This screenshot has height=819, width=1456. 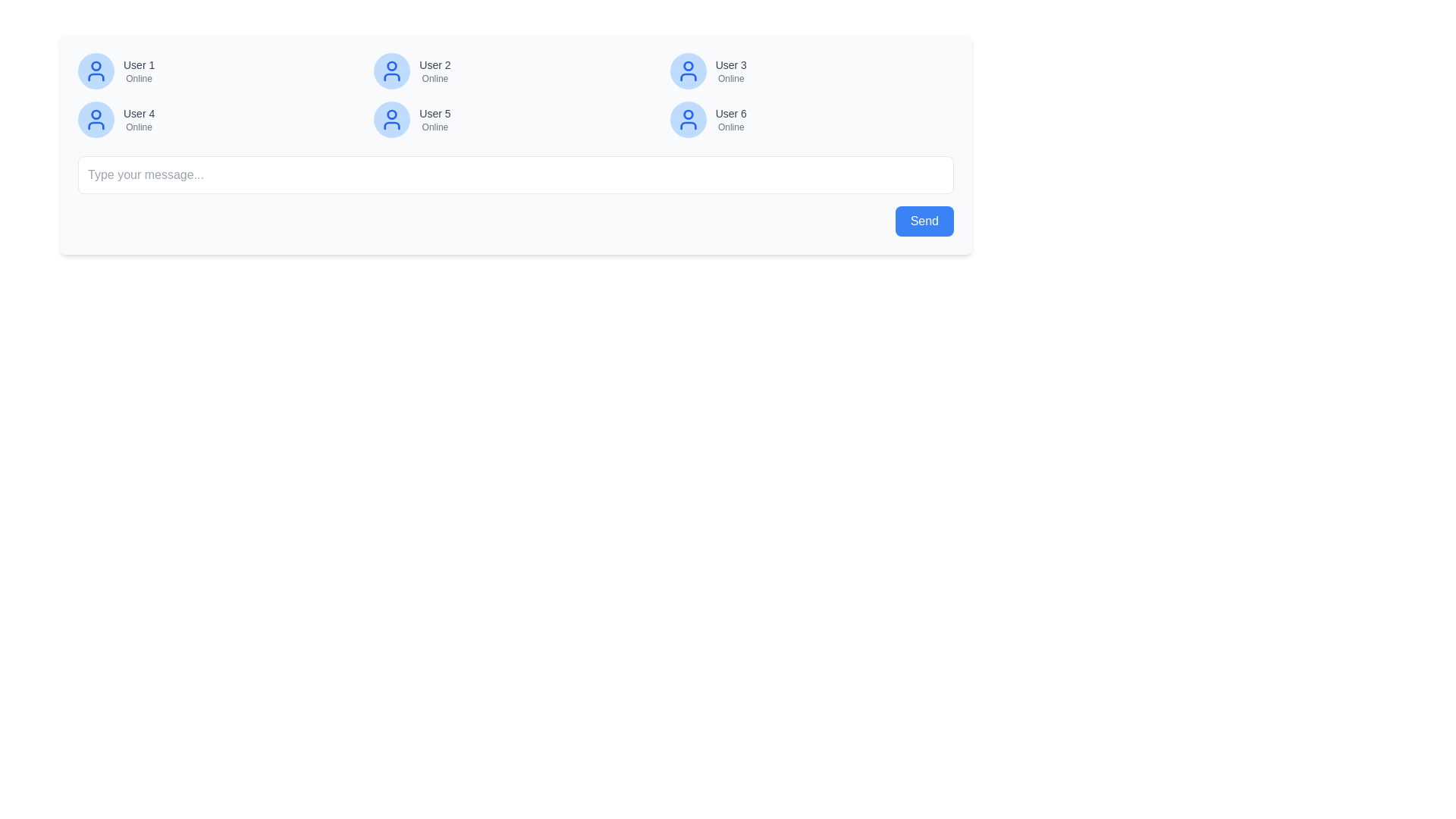 What do you see at coordinates (687, 71) in the screenshot?
I see `the user profile icon, which is a circular icon with a blue outline, positioned third from the left in the top row of the user list` at bounding box center [687, 71].